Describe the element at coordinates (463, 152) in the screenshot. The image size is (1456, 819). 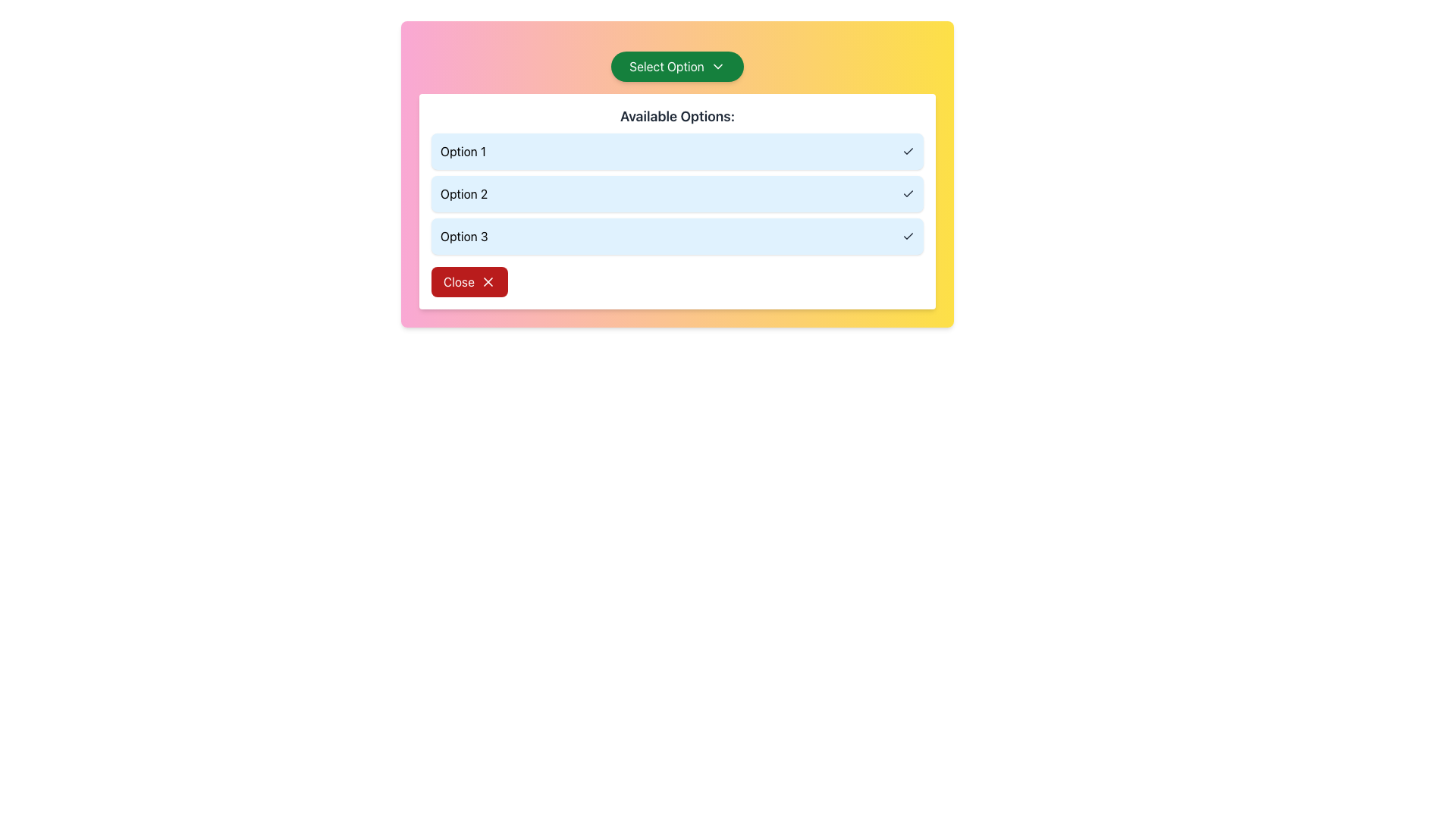
I see `text displayed in the 'Option 1' text label, which is in black font on a light blue background, located at the center of the first entry in a vertically stacked list of selectable options` at that location.